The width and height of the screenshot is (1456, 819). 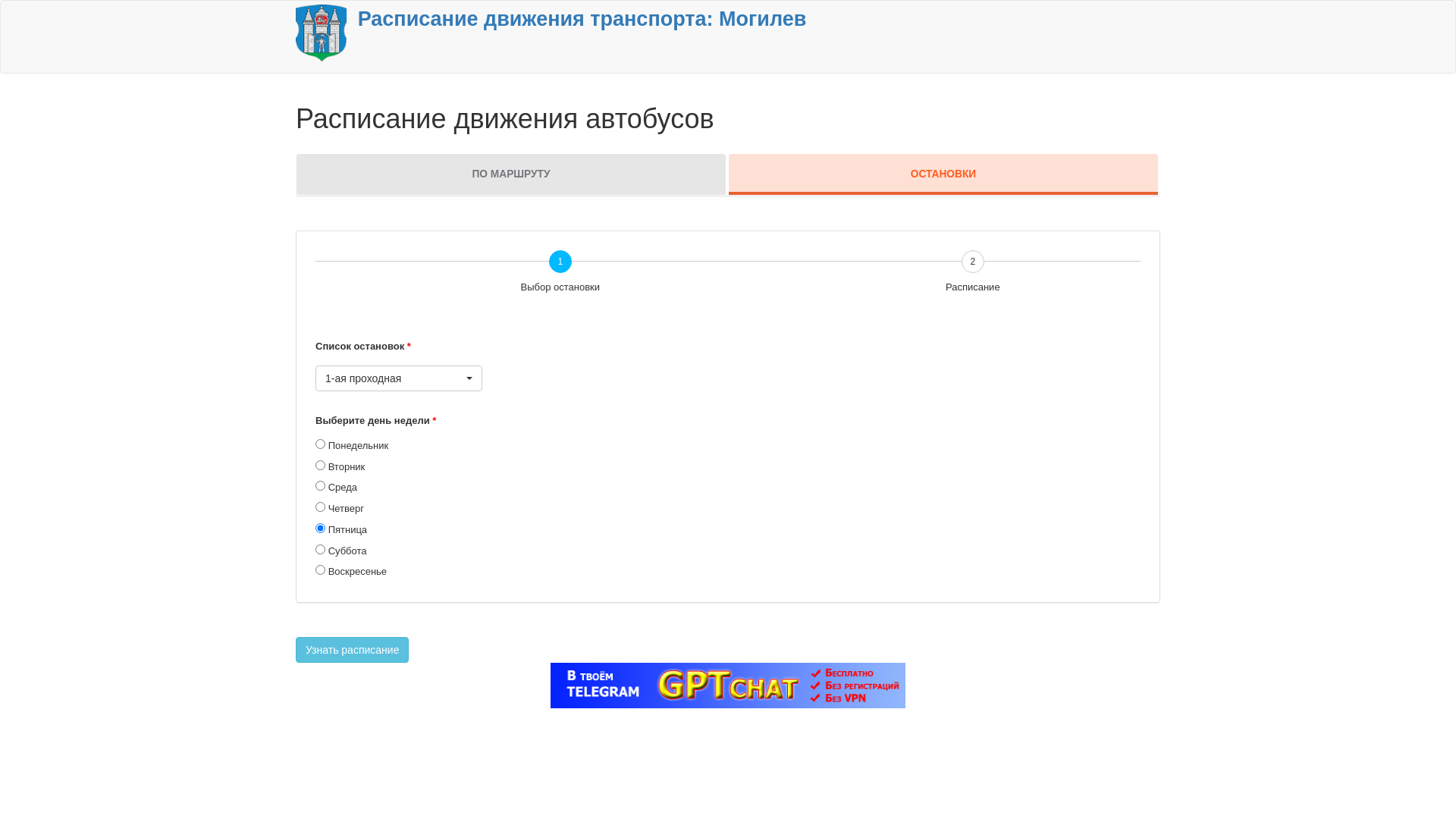 What do you see at coordinates (320, 32) in the screenshot?
I see `'Home'` at bounding box center [320, 32].